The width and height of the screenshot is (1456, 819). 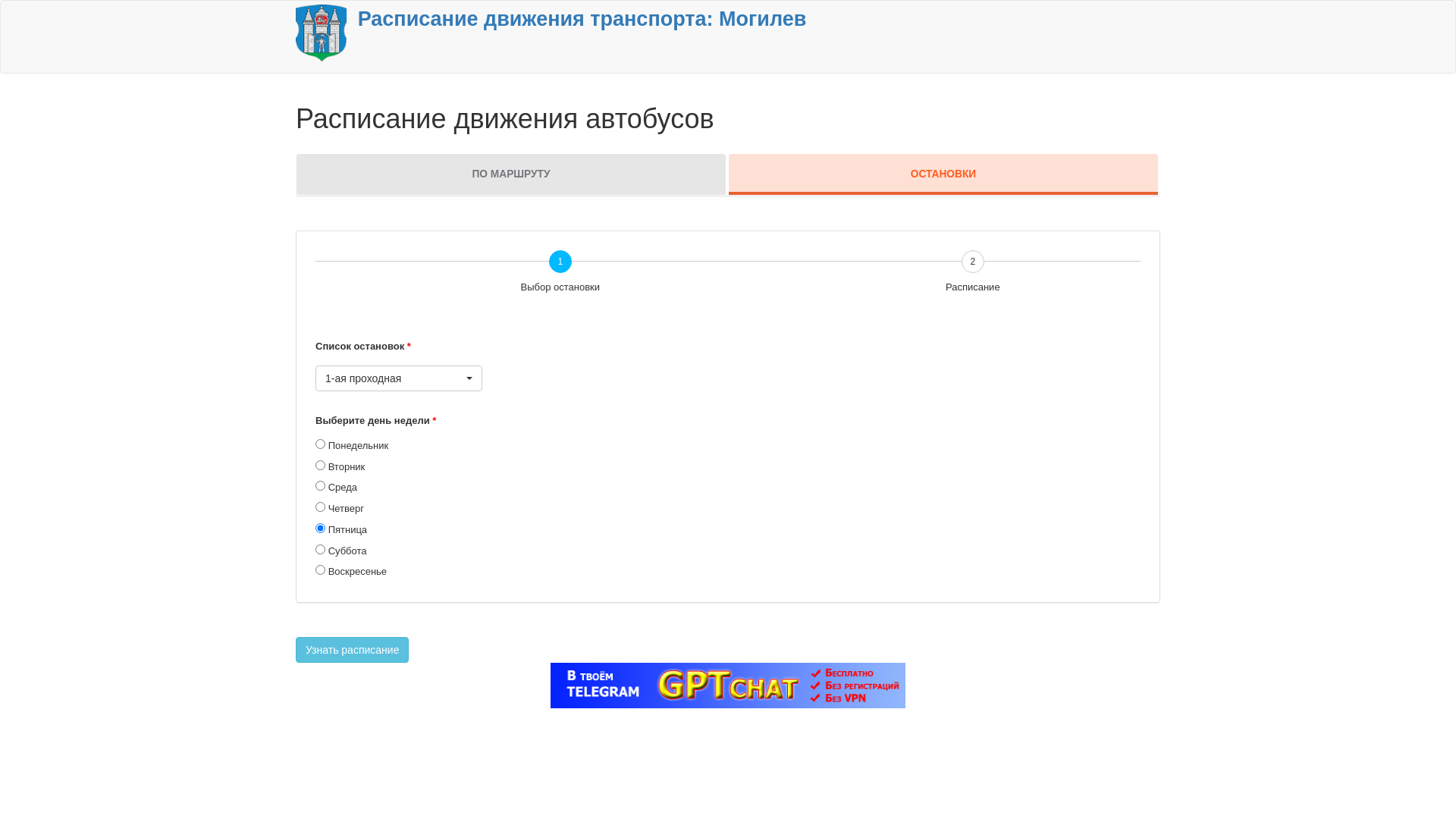 What do you see at coordinates (320, 32) in the screenshot?
I see `'Home'` at bounding box center [320, 32].